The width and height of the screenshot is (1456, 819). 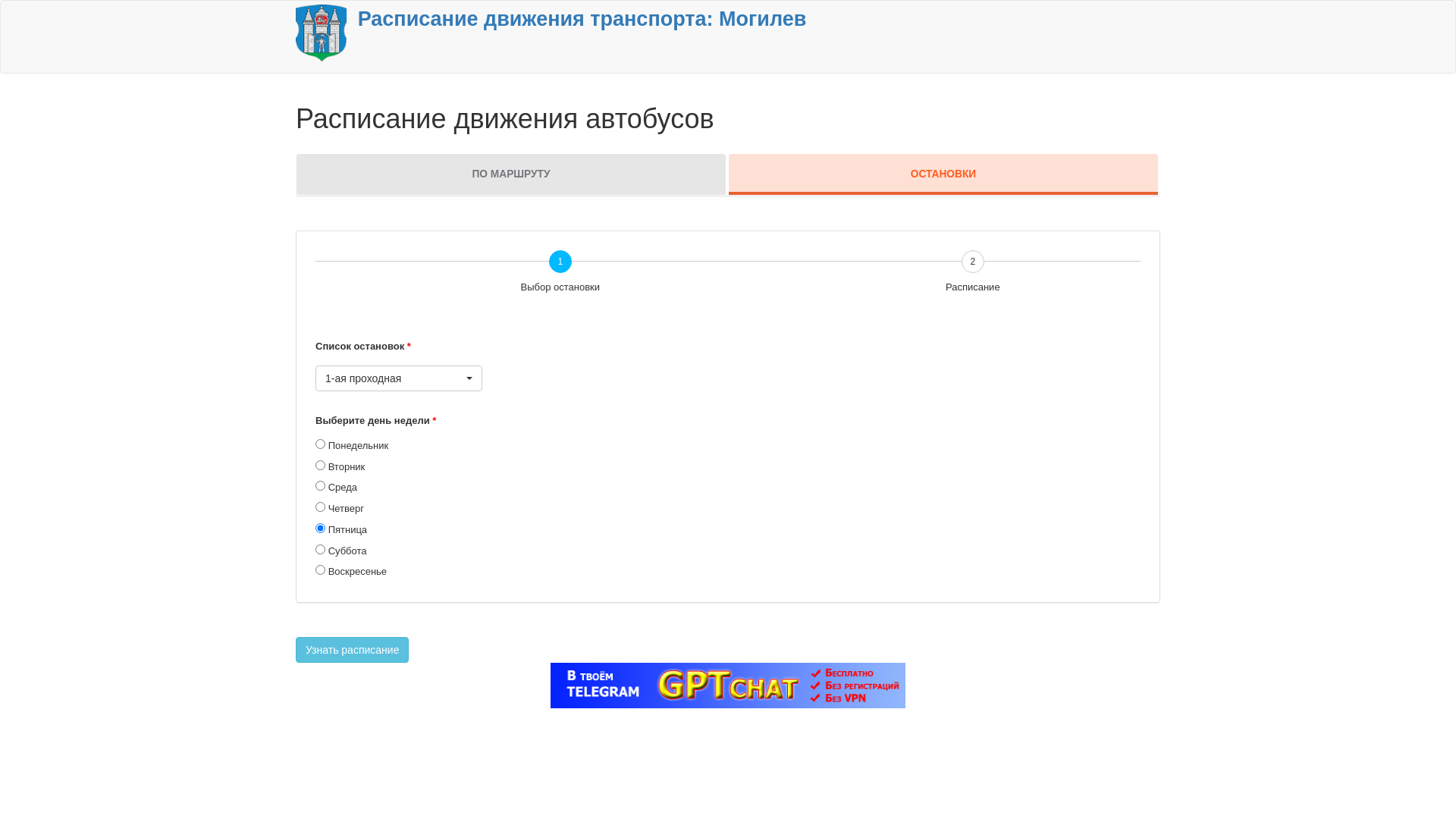 What do you see at coordinates (320, 32) in the screenshot?
I see `'Home'` at bounding box center [320, 32].